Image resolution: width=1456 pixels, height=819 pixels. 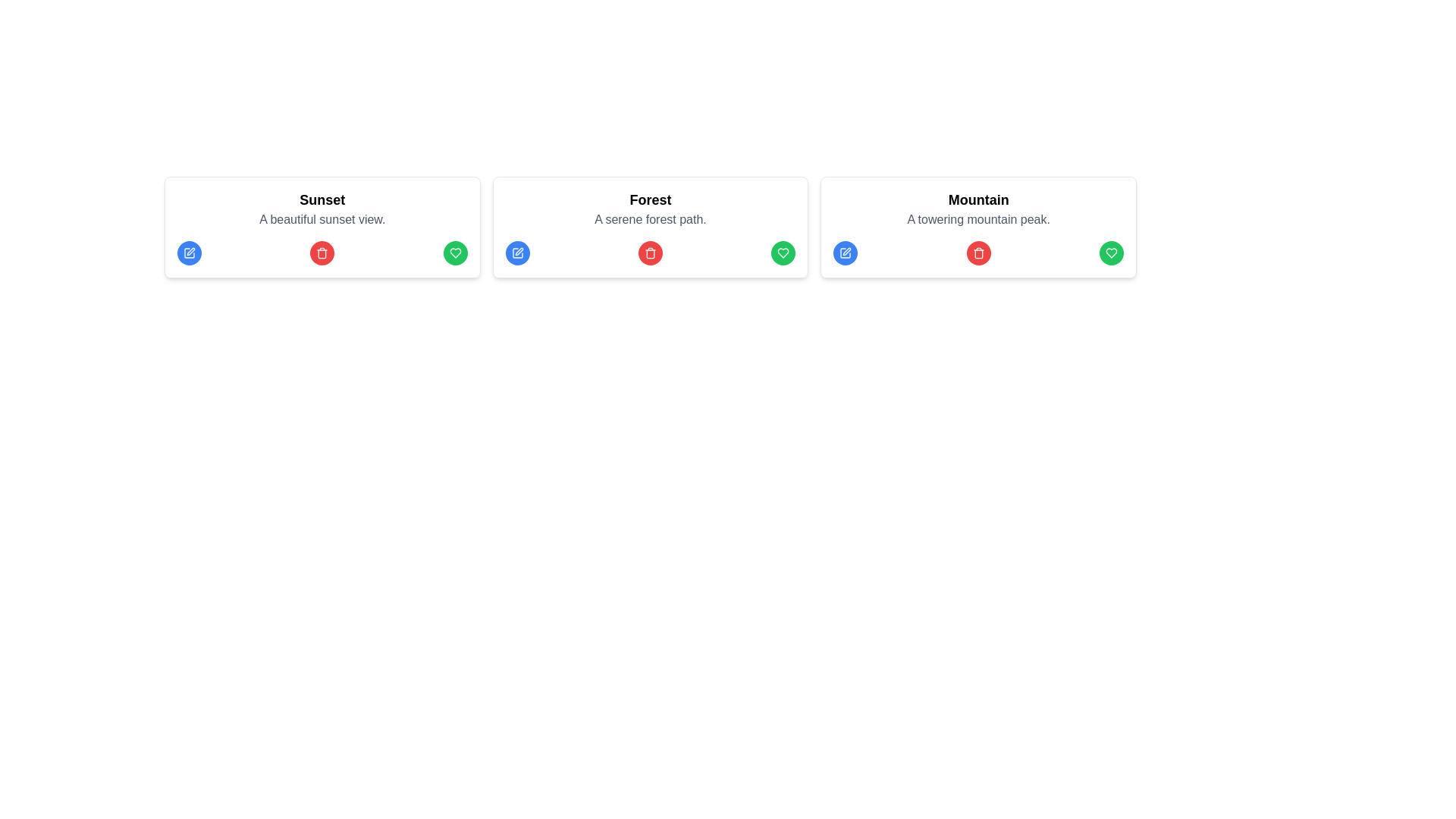 What do you see at coordinates (978, 219) in the screenshot?
I see `the text element reading 'A towering mountain peak' which is located in the third card labeled 'Mountain', positioned directly beneath the title text 'Mountain'` at bounding box center [978, 219].